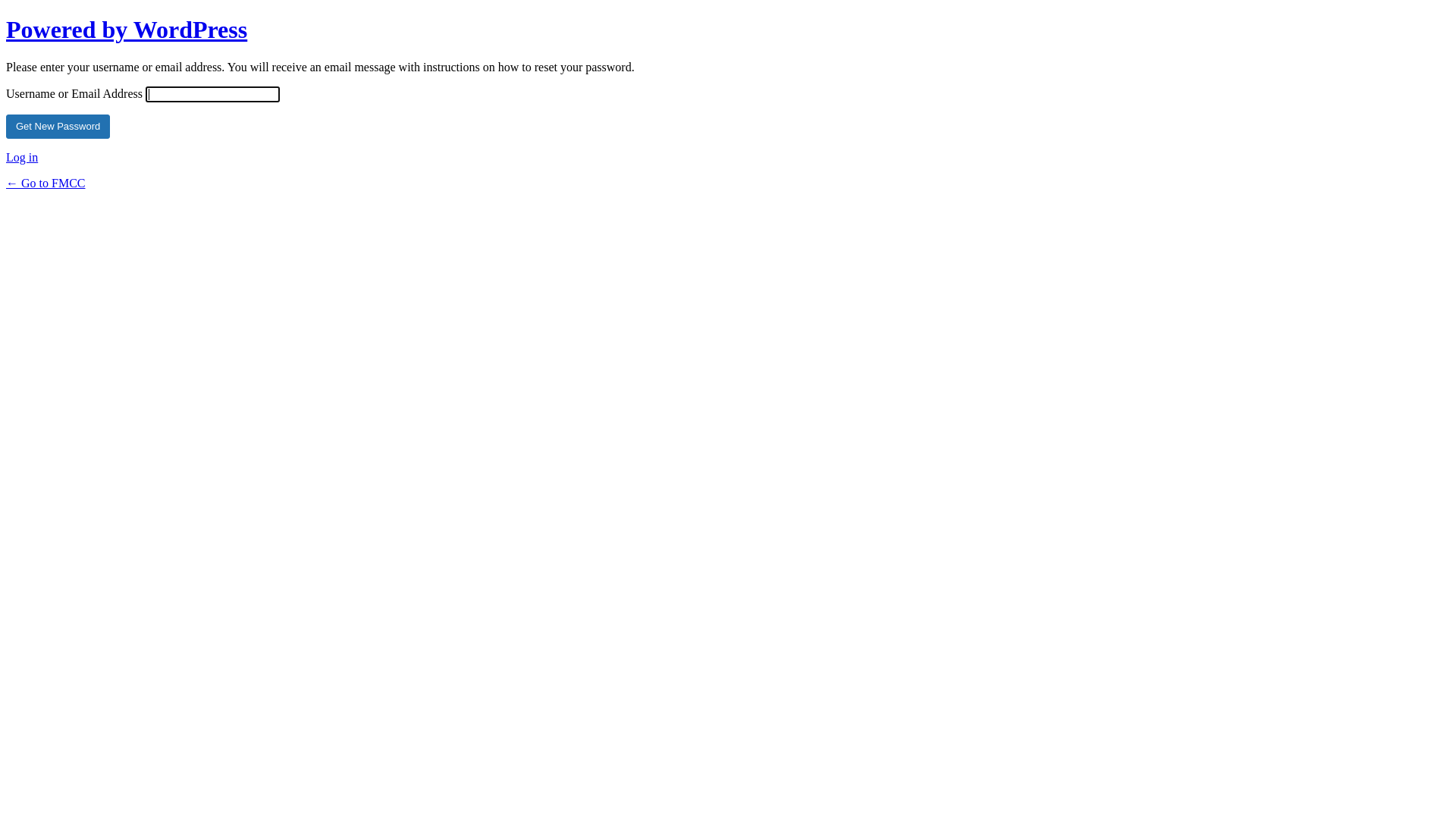  I want to click on 'Powered by WordPress', so click(127, 29).